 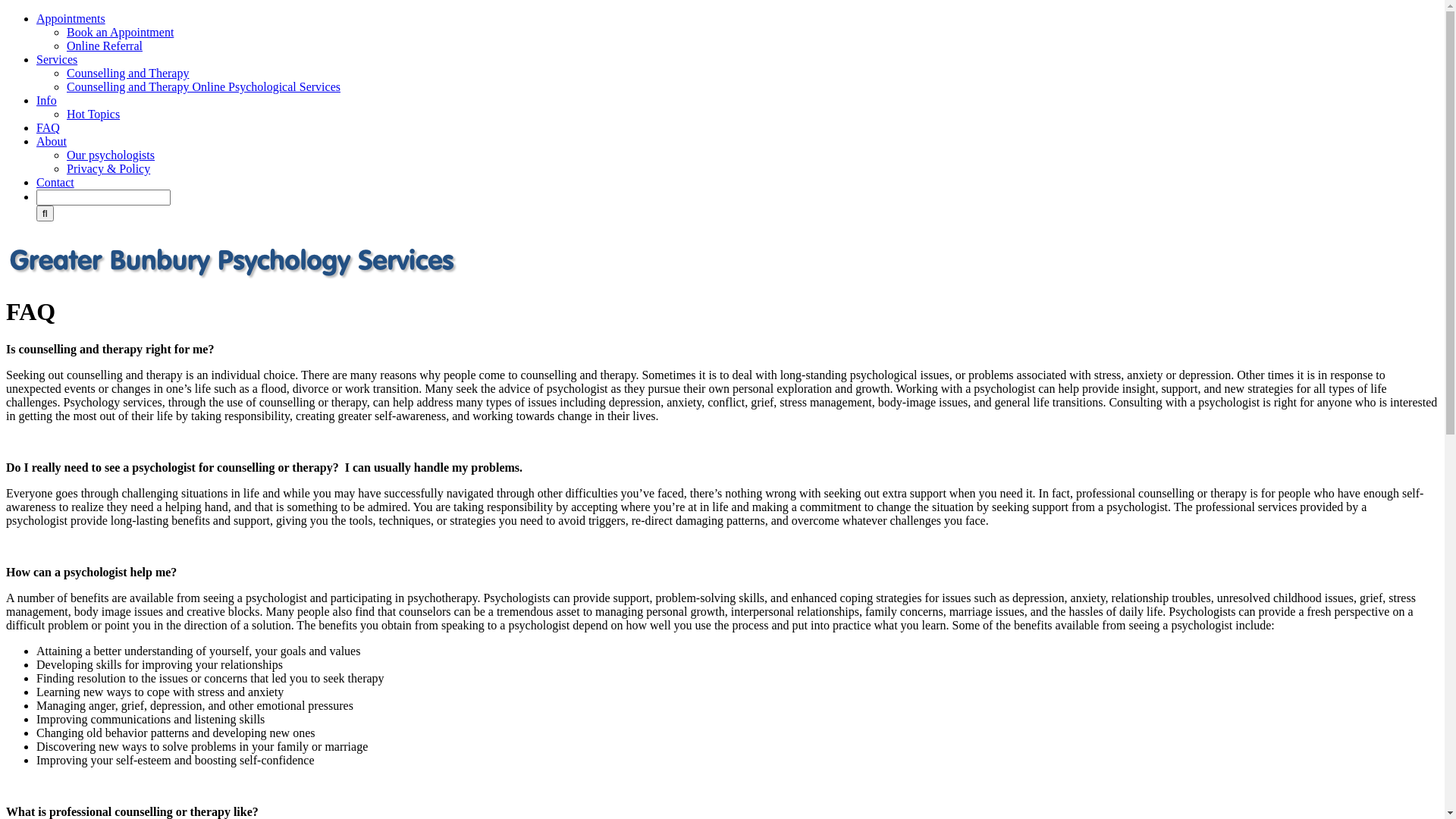 I want to click on 'Info', so click(x=46, y=100).